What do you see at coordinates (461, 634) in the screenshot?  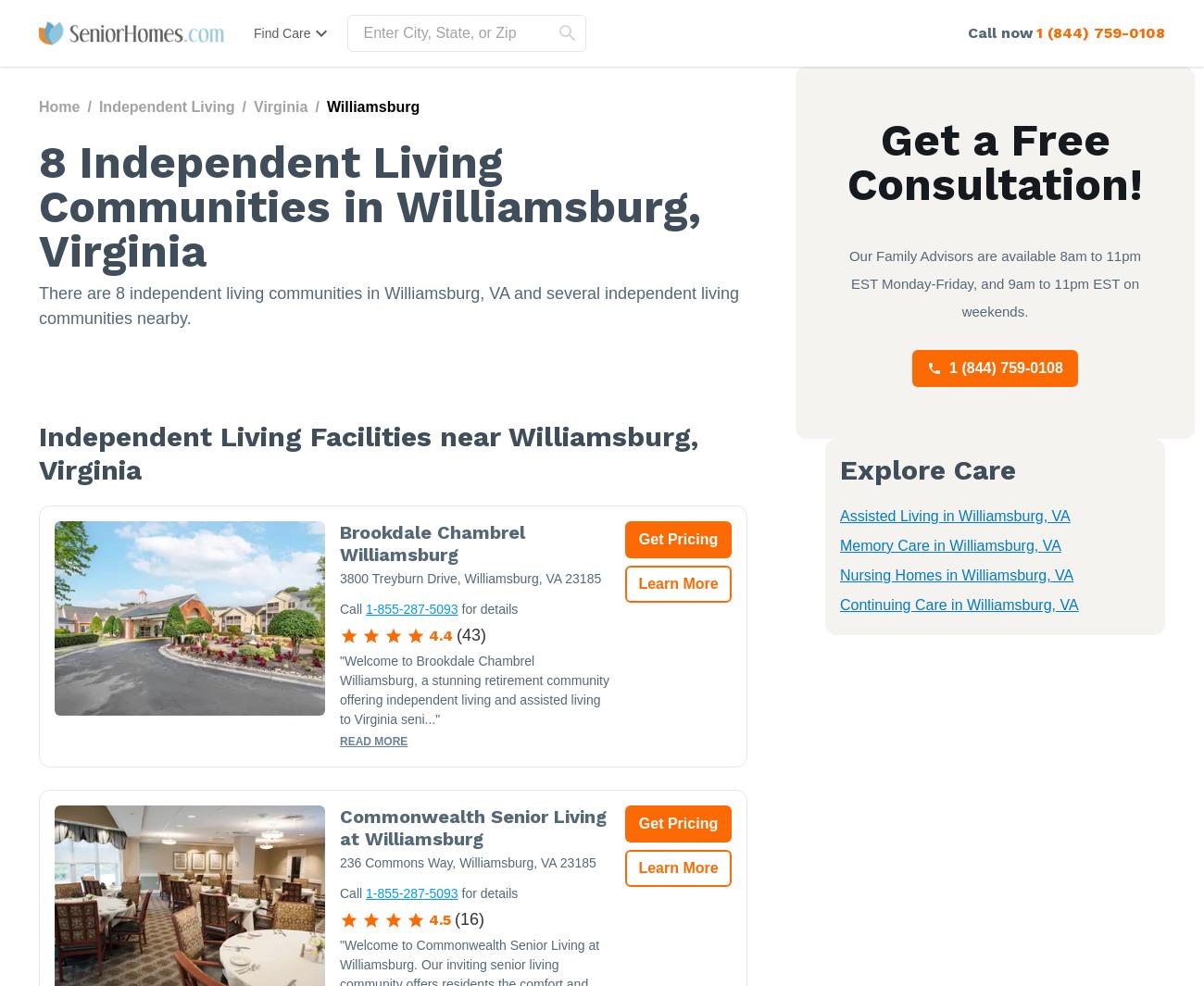 I see `'43'` at bounding box center [461, 634].